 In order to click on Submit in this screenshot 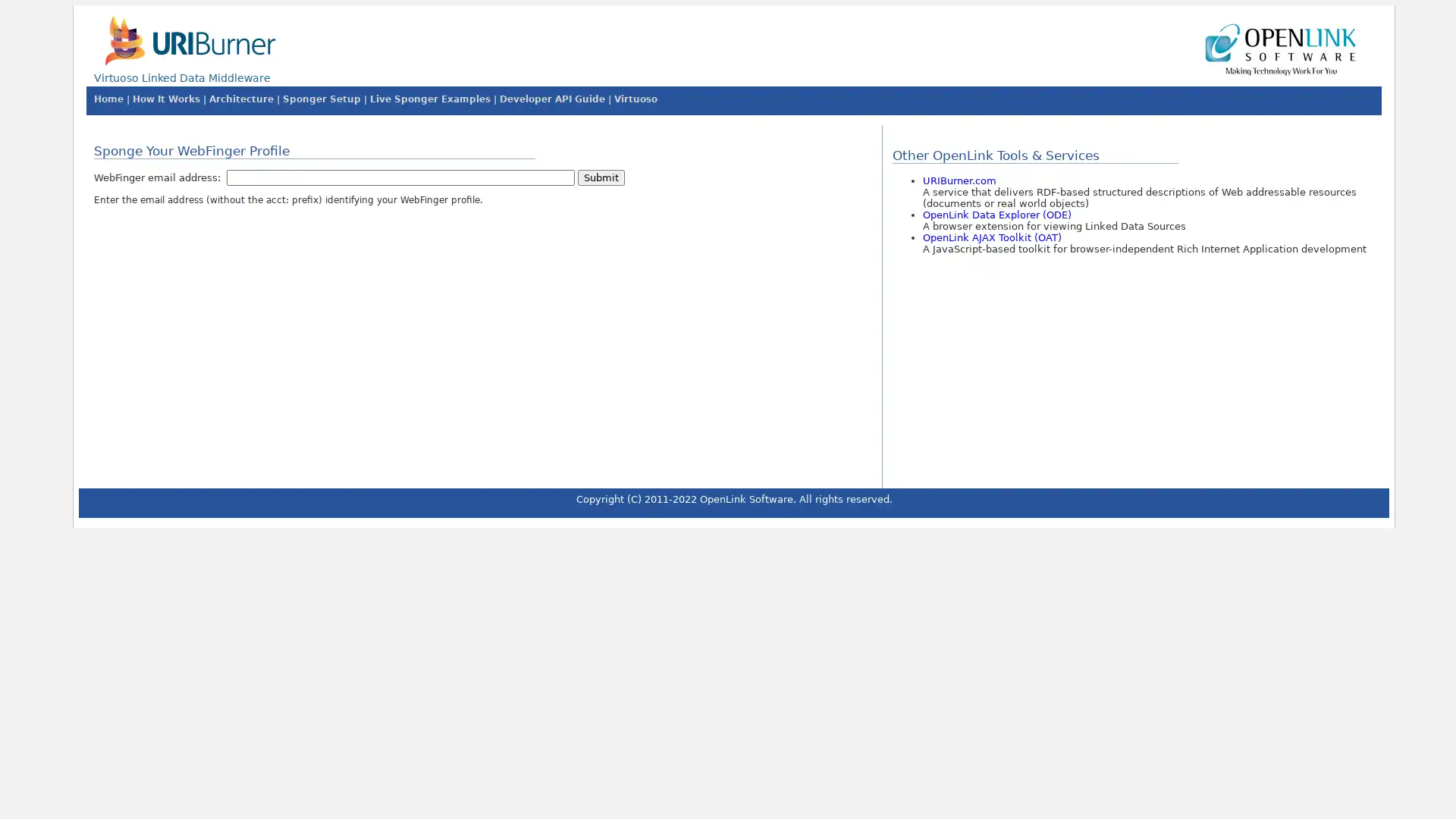, I will do `click(600, 177)`.